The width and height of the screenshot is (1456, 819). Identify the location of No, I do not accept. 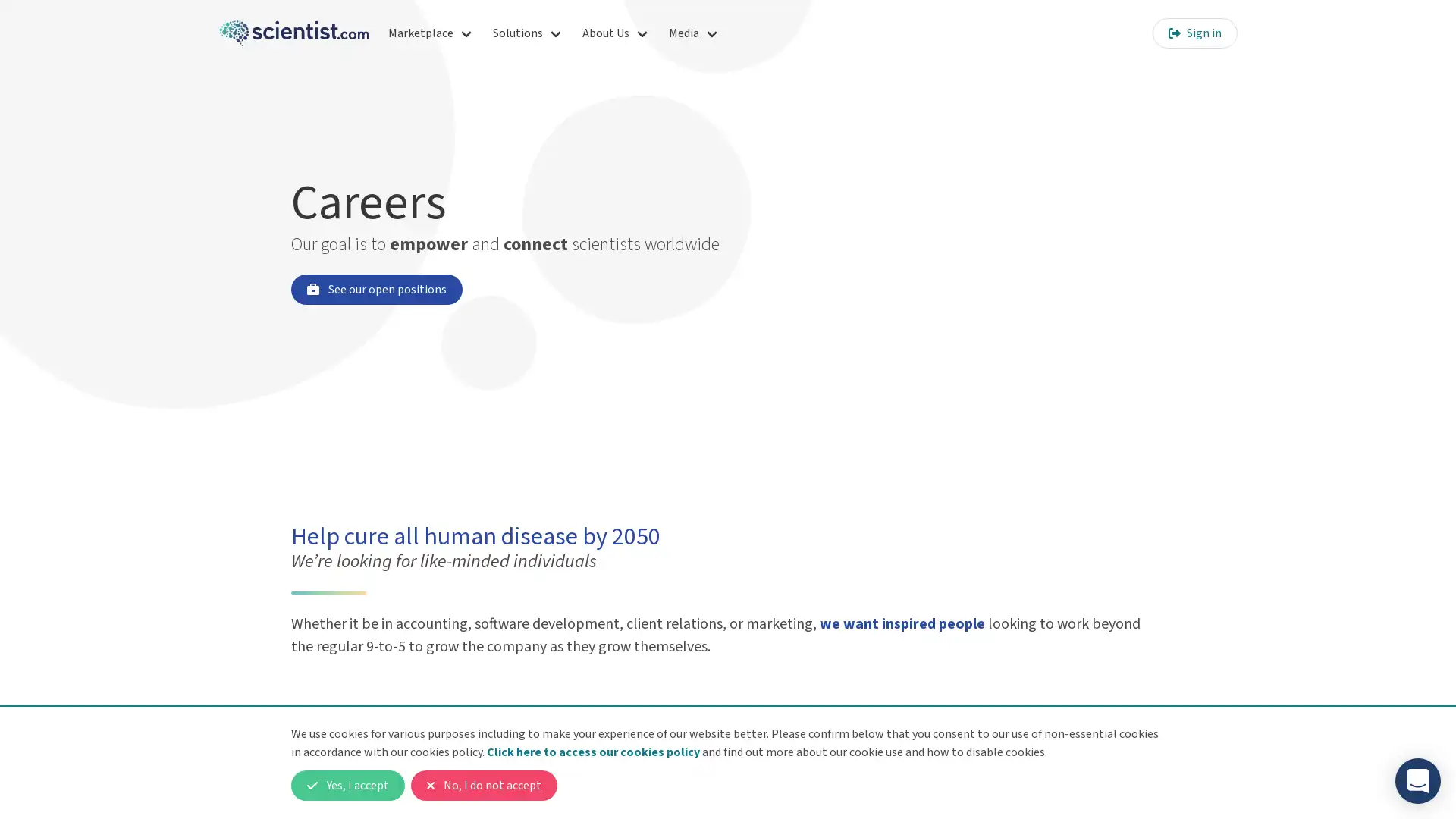
(483, 785).